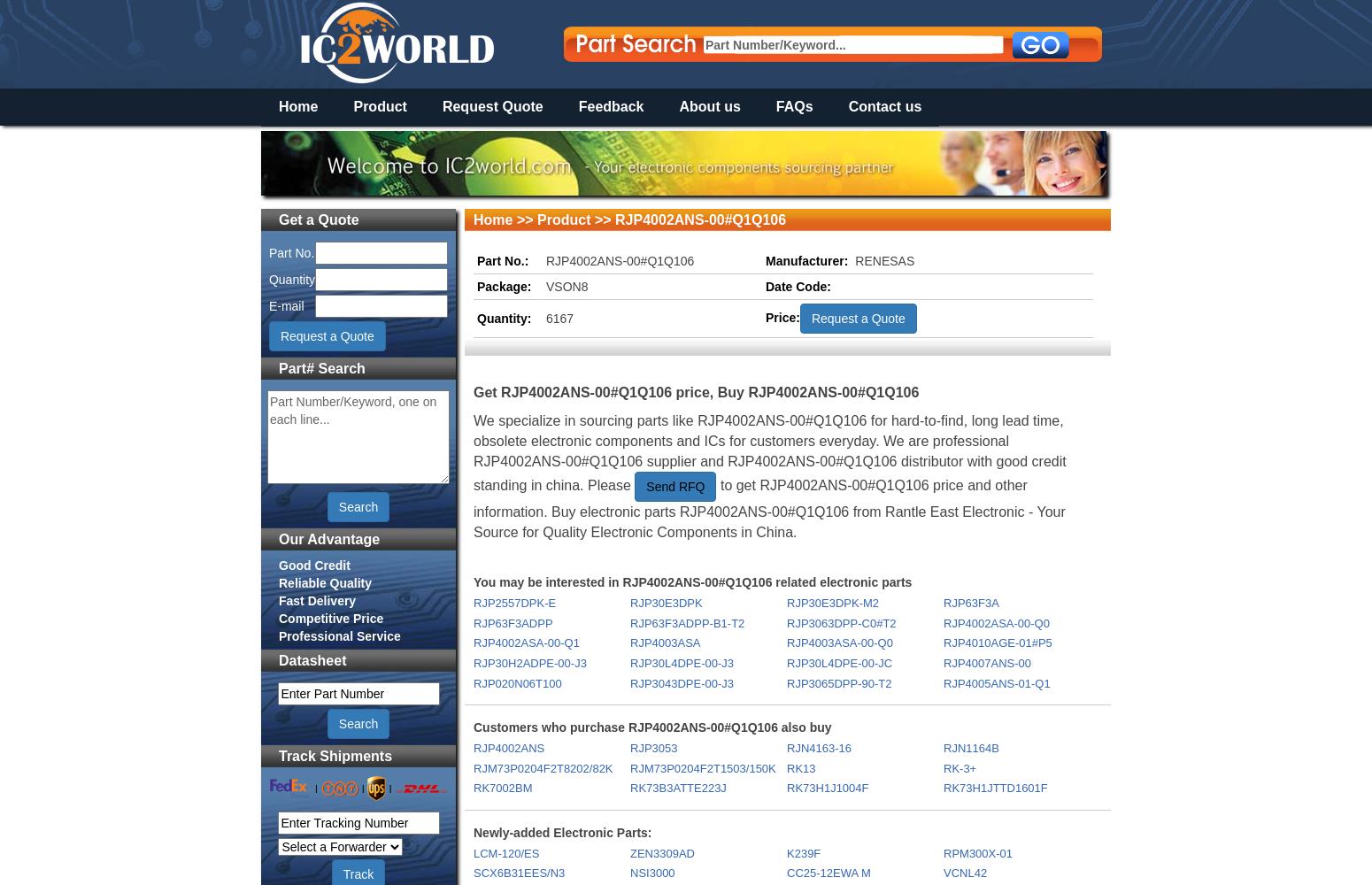 The width and height of the screenshot is (1372, 885). What do you see at coordinates (473, 831) in the screenshot?
I see `'Newly-added Electronic Parts:'` at bounding box center [473, 831].